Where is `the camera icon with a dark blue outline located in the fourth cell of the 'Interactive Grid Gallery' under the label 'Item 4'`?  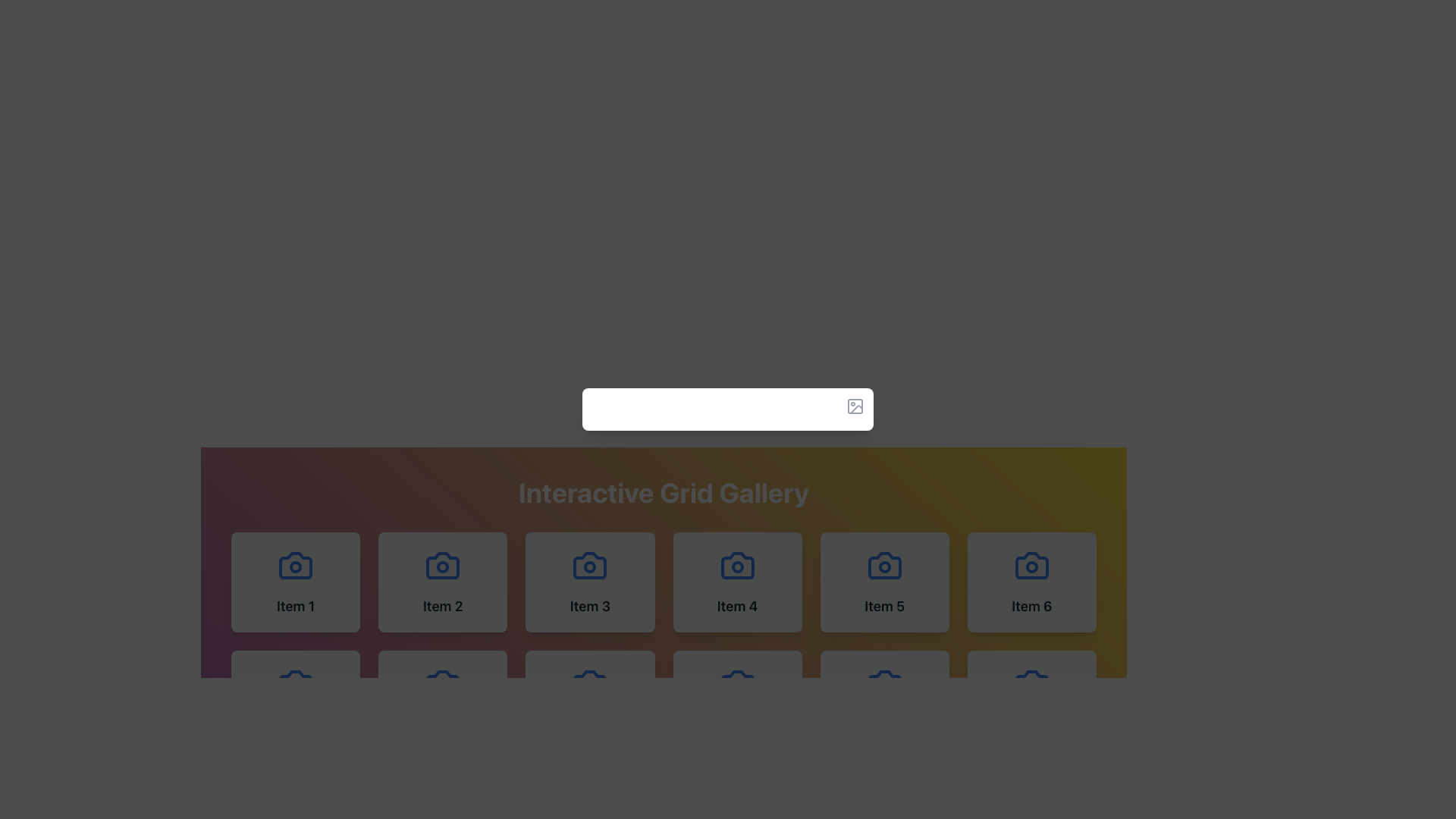
the camera icon with a dark blue outline located in the fourth cell of the 'Interactive Grid Gallery' under the label 'Item 4' is located at coordinates (737, 565).